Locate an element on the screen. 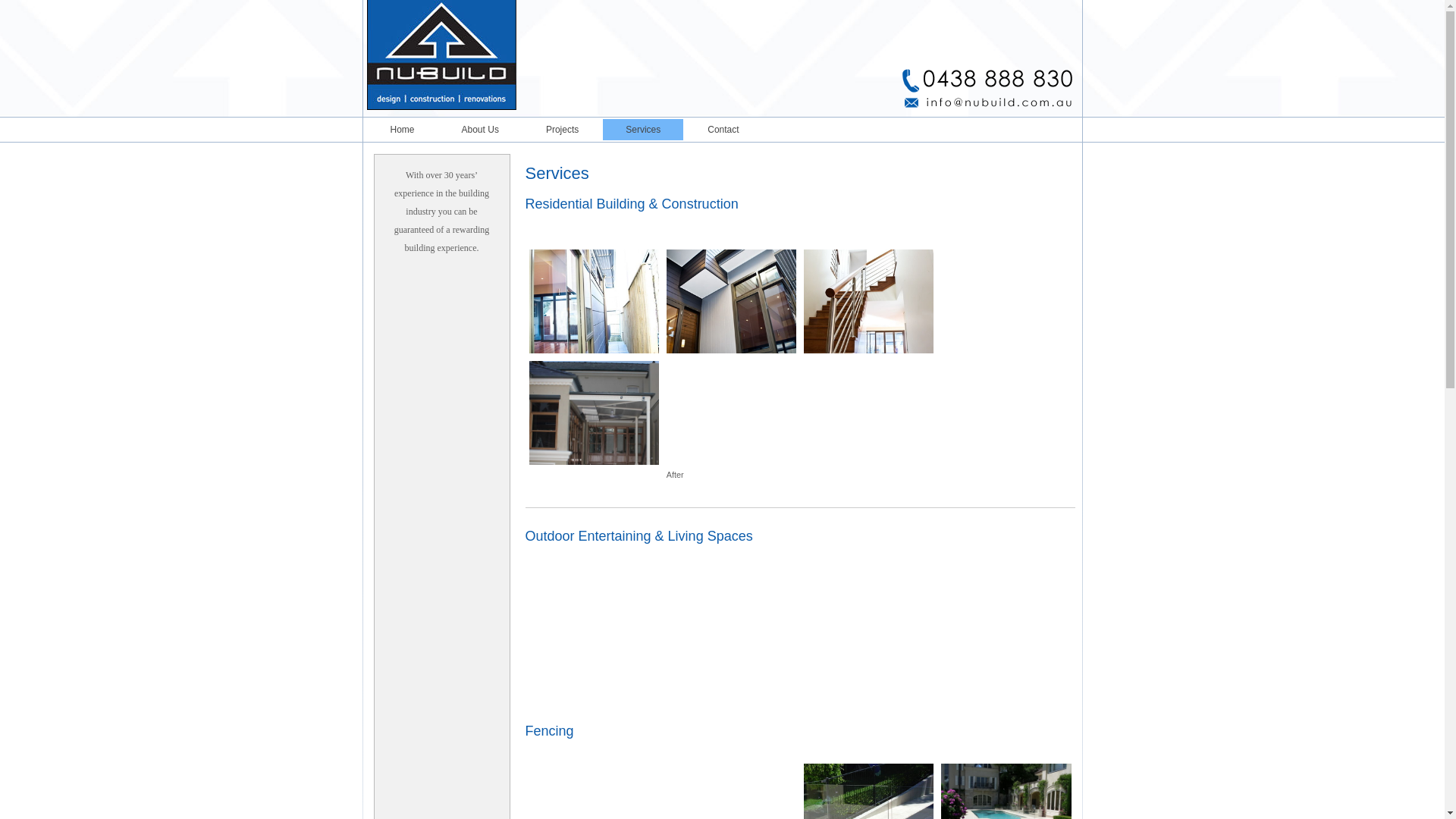 The image size is (1456, 819). 'Home' is located at coordinates (401, 128).